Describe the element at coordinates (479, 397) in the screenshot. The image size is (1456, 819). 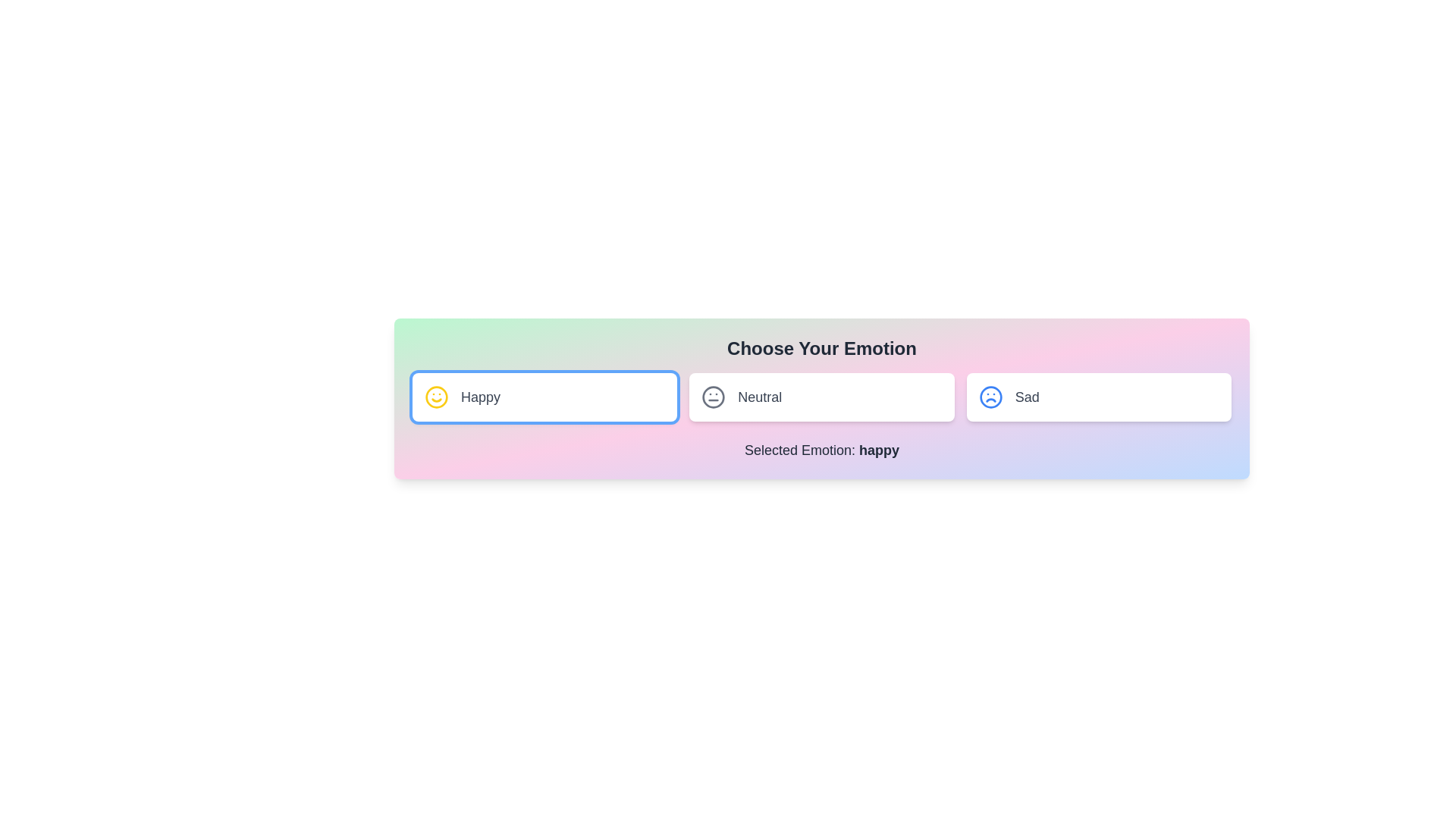
I see `the text label that indicates the state or mood of a clickable card representing happiness, which is centrally aligned within its rectangular card and located to the right of a yellow smiley face graphic` at that location.